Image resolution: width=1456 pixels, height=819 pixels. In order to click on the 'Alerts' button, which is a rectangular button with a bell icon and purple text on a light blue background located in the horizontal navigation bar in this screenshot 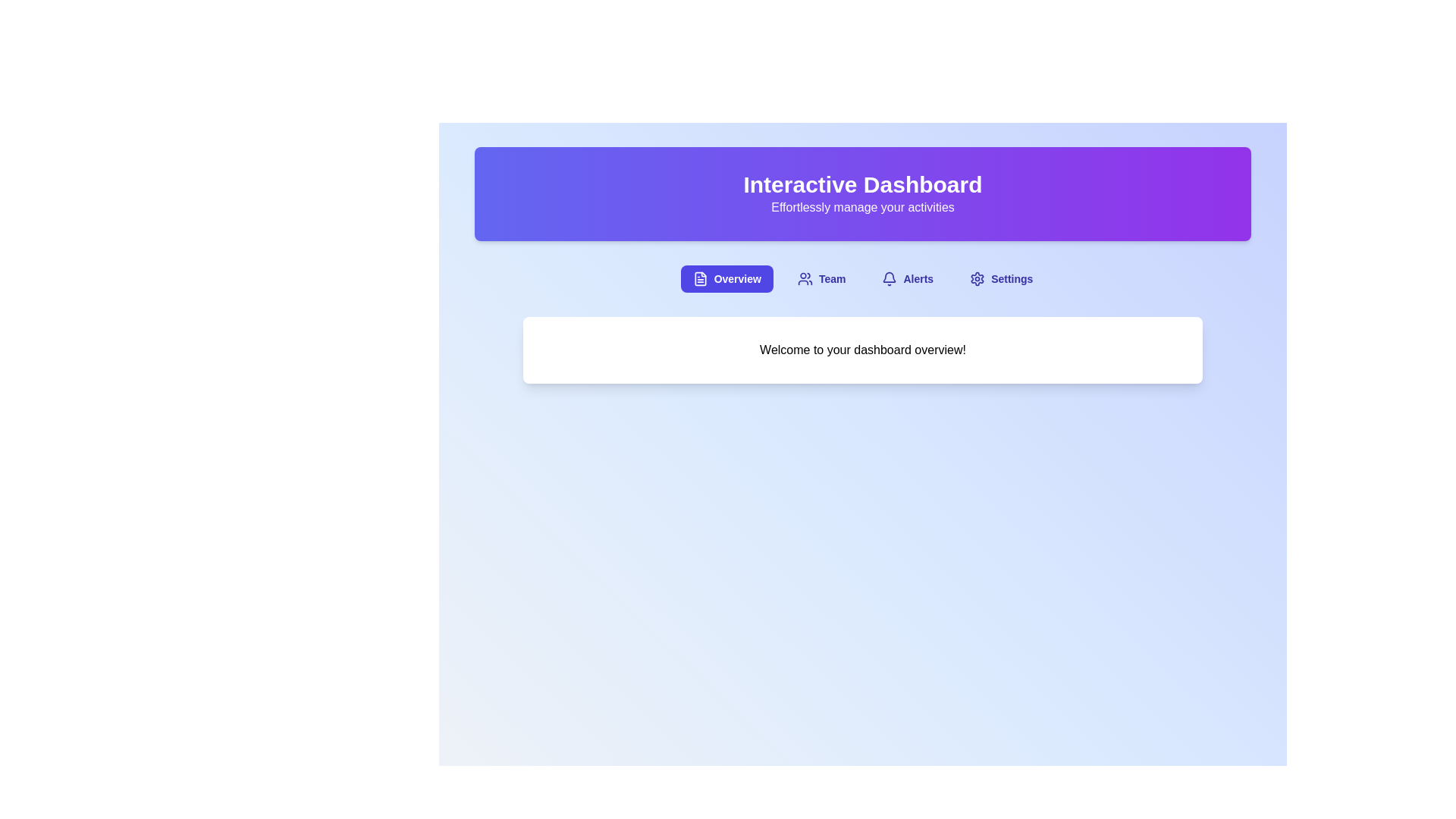, I will do `click(908, 278)`.